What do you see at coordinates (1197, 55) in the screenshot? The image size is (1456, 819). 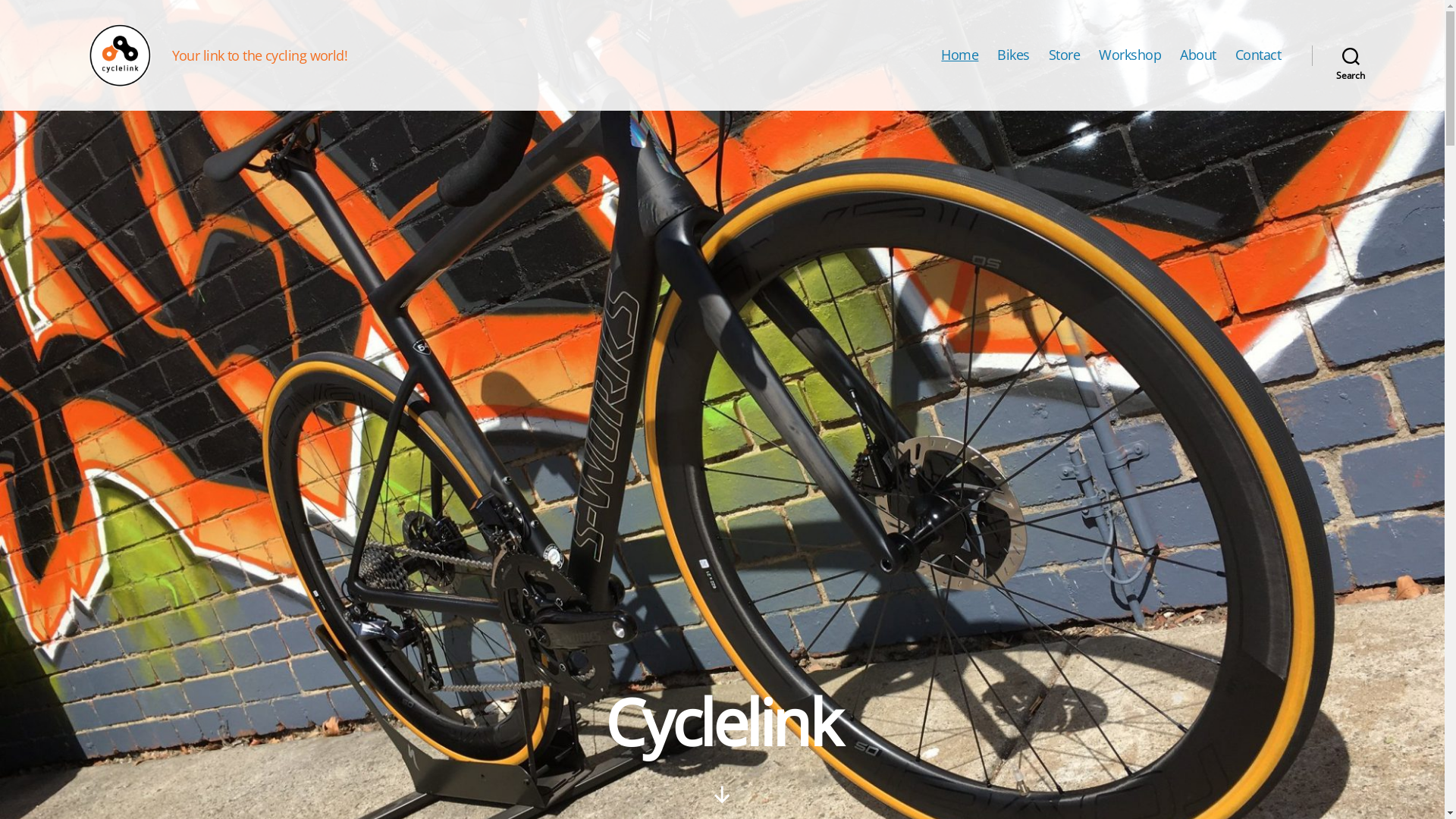 I see `'About'` at bounding box center [1197, 55].